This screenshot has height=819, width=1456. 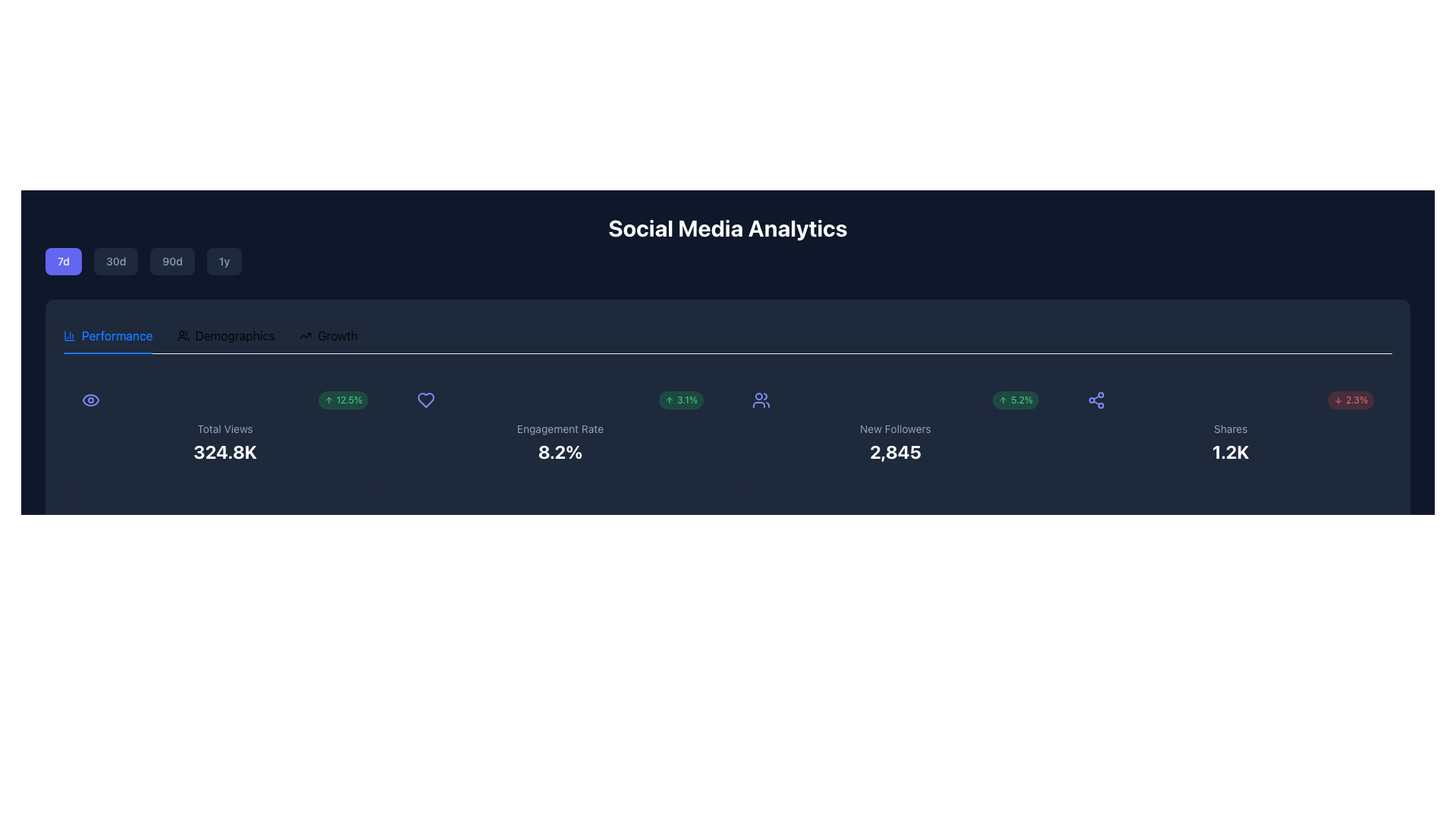 I want to click on the 'Growth' tab in the navigation bar, so click(x=328, y=335).